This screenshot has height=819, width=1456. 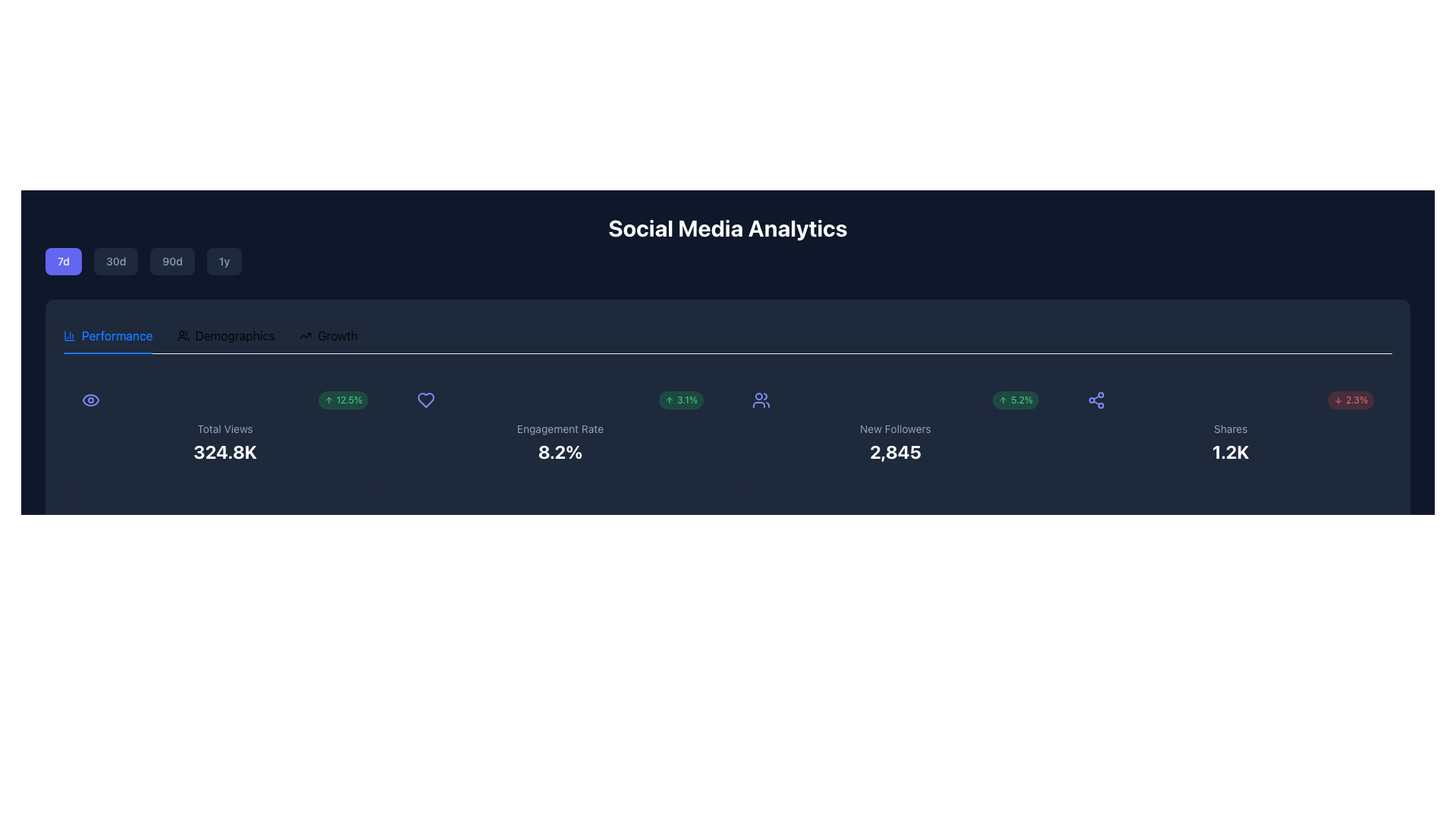 I want to click on the 'Growth' tab in the navigation bar, so click(x=328, y=335).